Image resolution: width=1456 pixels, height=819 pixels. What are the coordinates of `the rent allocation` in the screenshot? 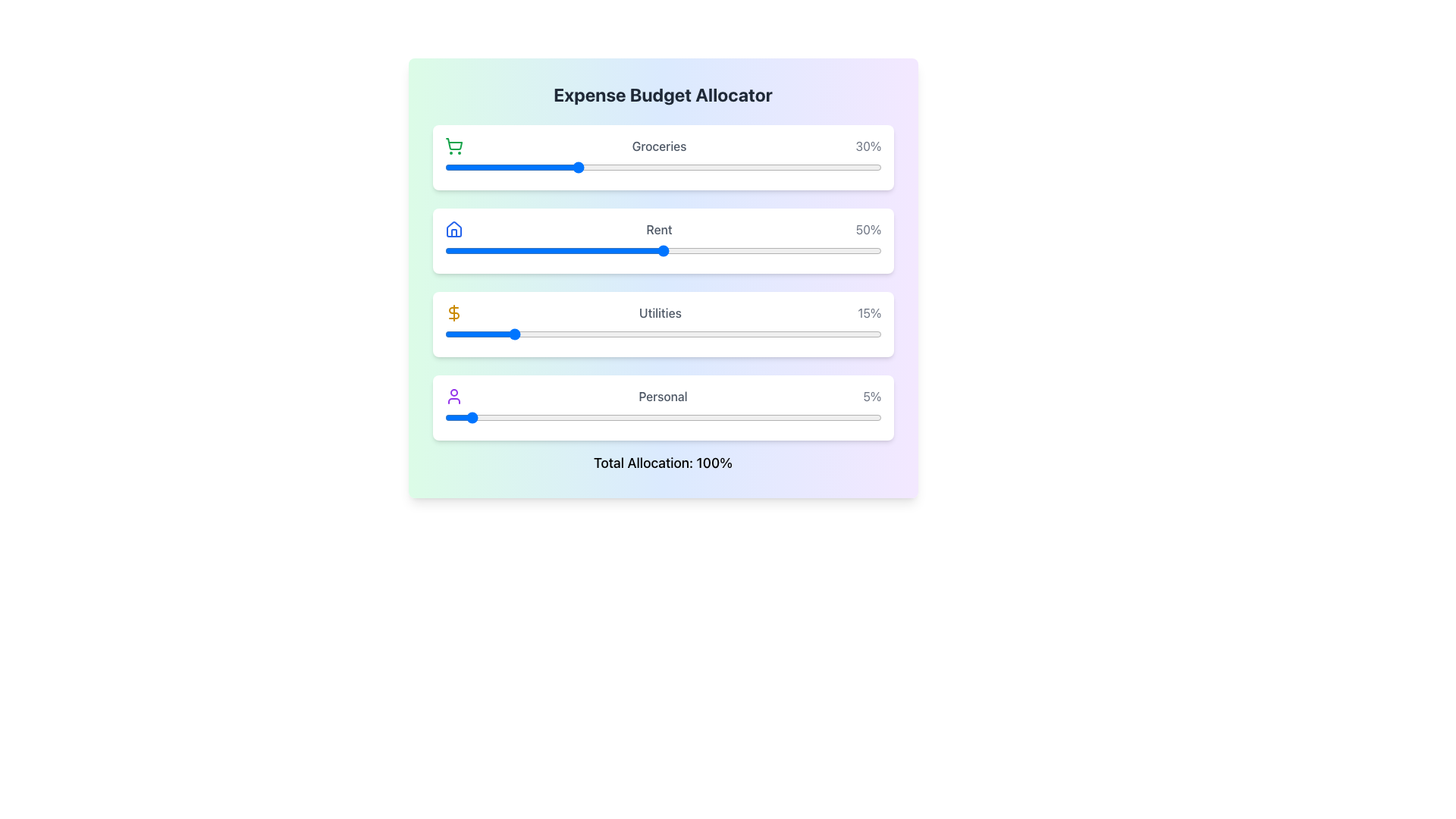 It's located at (461, 250).